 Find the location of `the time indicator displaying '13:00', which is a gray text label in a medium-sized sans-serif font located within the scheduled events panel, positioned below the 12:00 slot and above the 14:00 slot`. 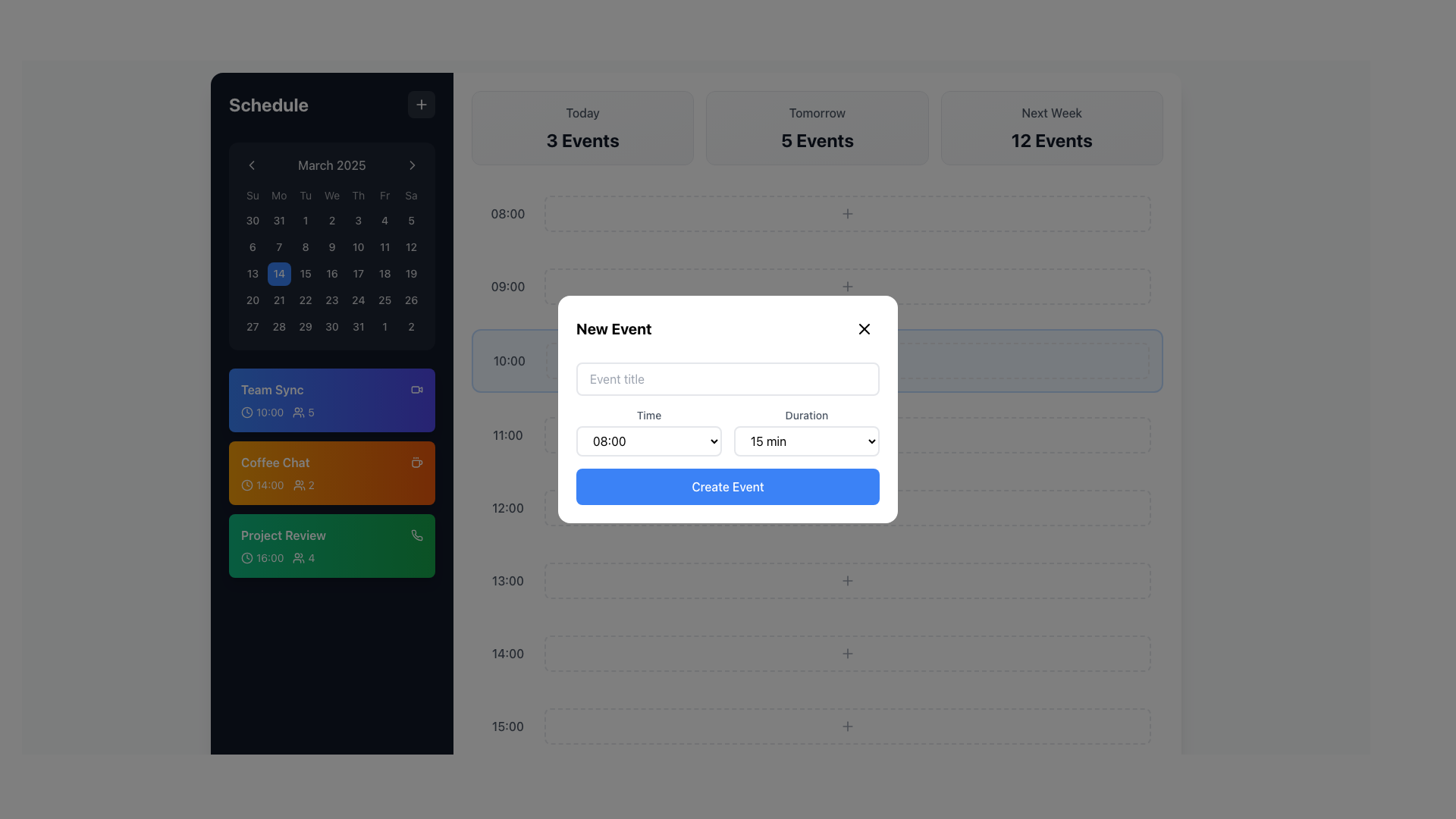

the time indicator displaying '13:00', which is a gray text label in a medium-sized sans-serif font located within the scheduled events panel, positioned below the 12:00 slot and above the 14:00 slot is located at coordinates (508, 580).